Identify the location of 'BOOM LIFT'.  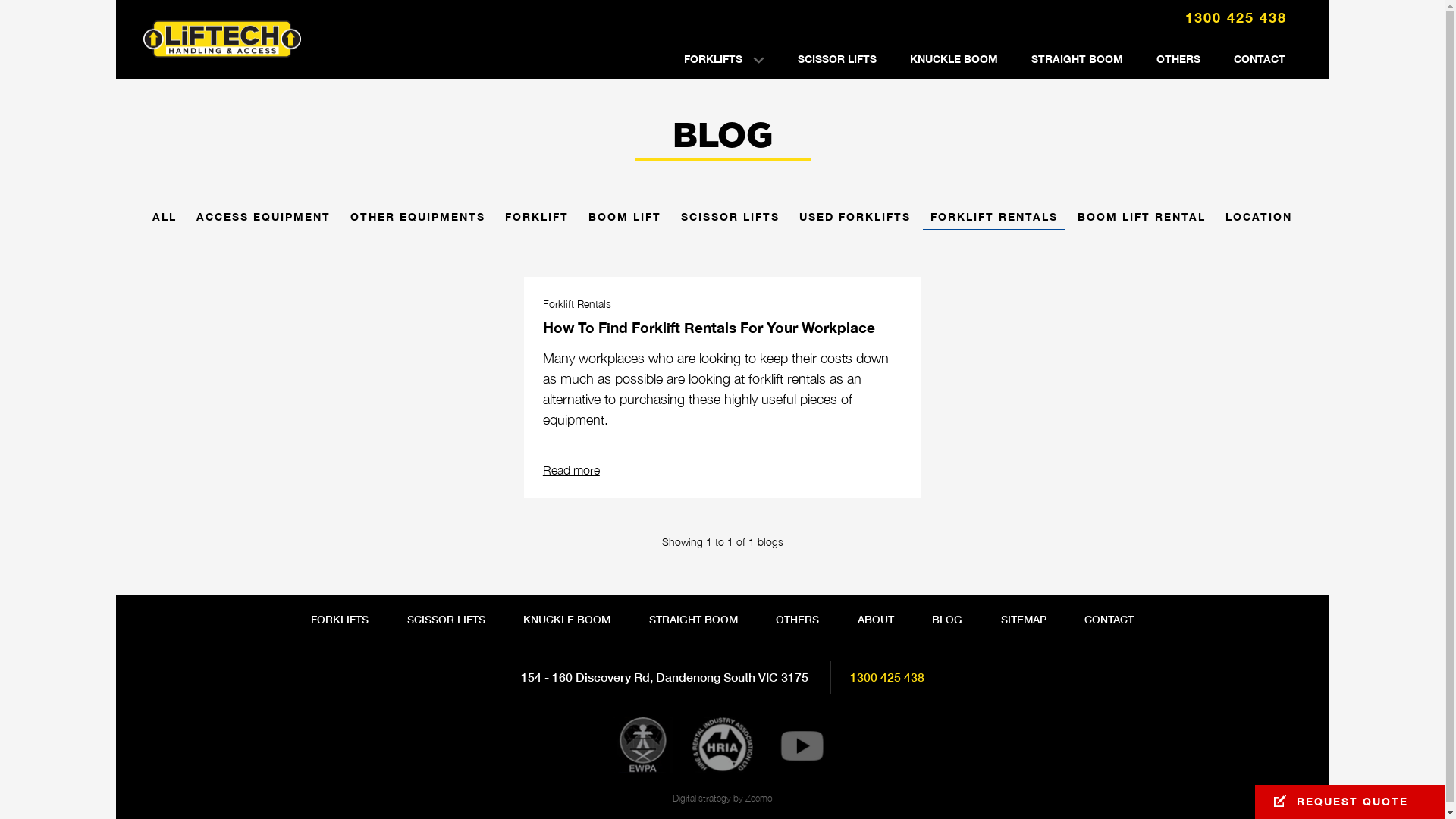
(580, 219).